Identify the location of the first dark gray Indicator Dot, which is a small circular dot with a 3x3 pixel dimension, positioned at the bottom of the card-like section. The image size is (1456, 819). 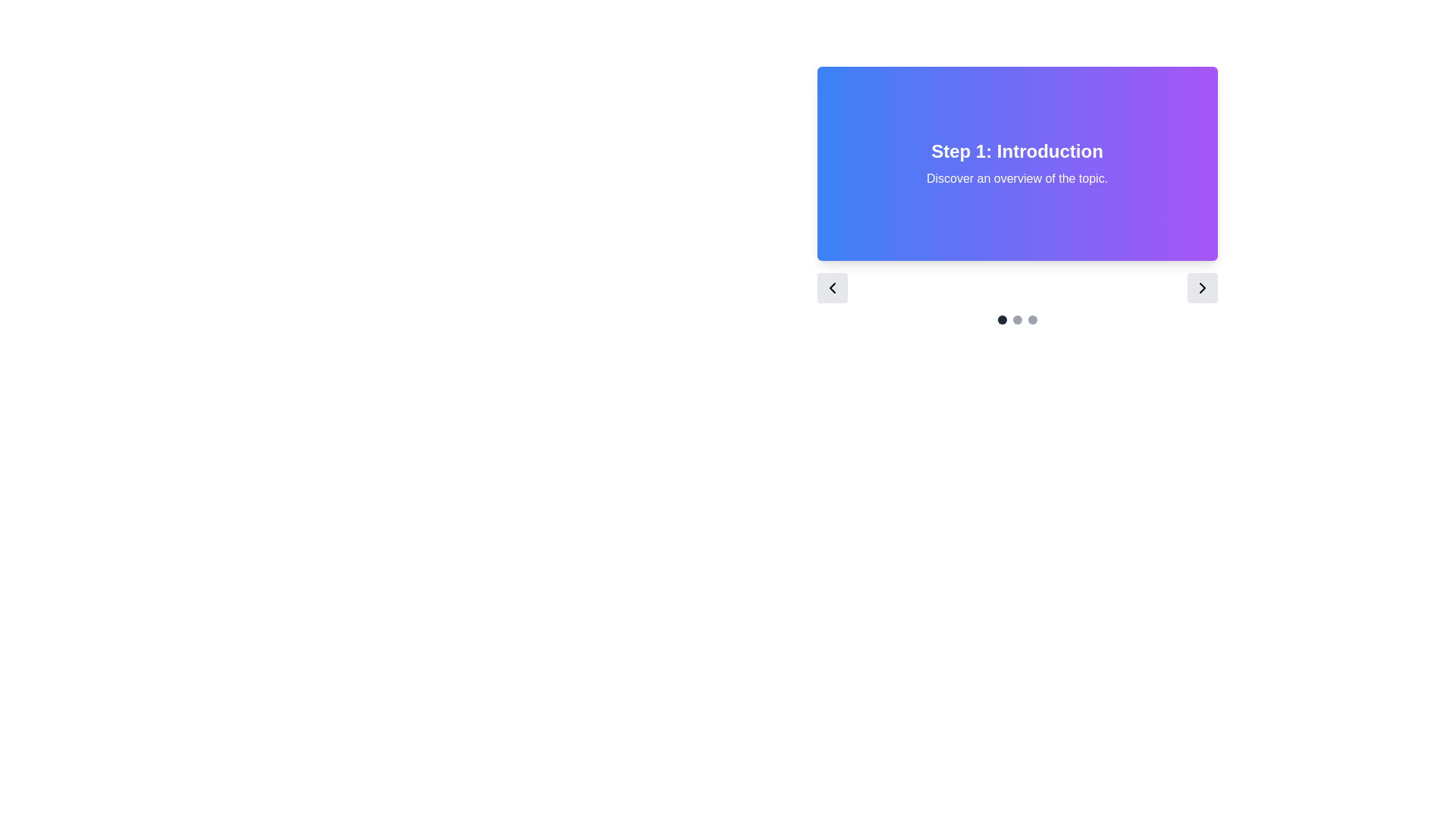
(1002, 318).